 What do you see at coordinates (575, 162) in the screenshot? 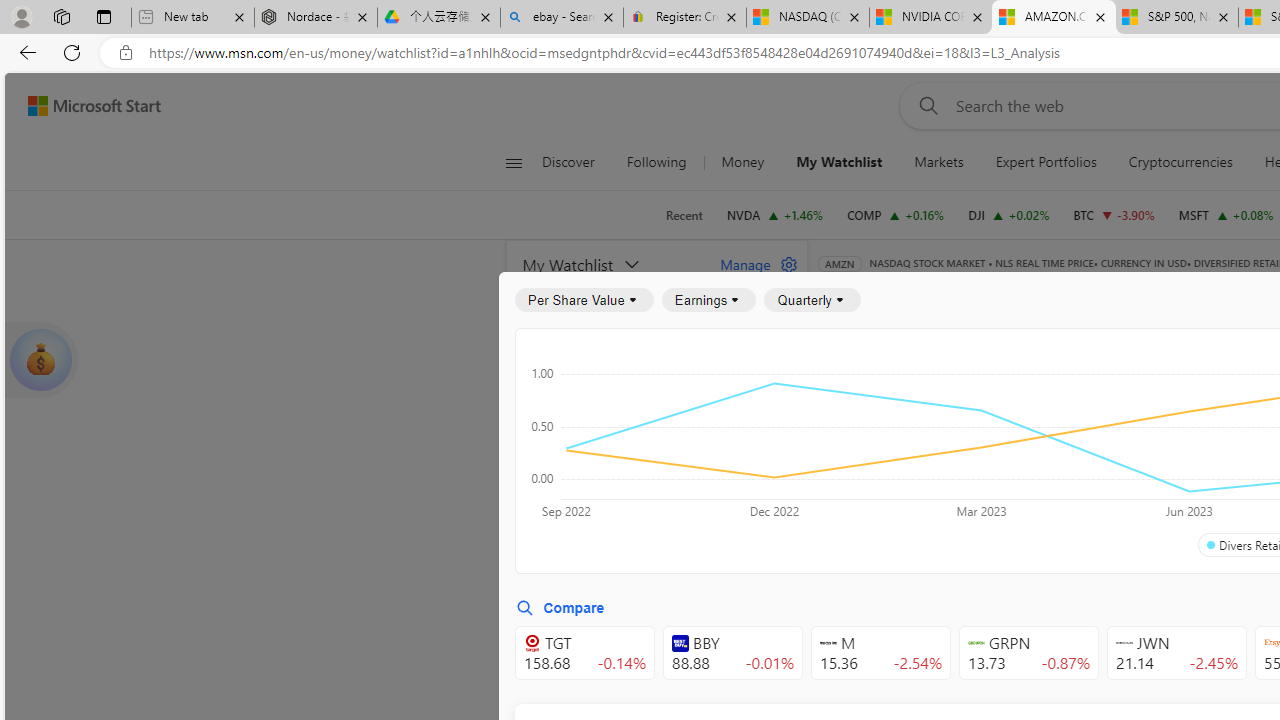
I see `'Discover'` at bounding box center [575, 162].